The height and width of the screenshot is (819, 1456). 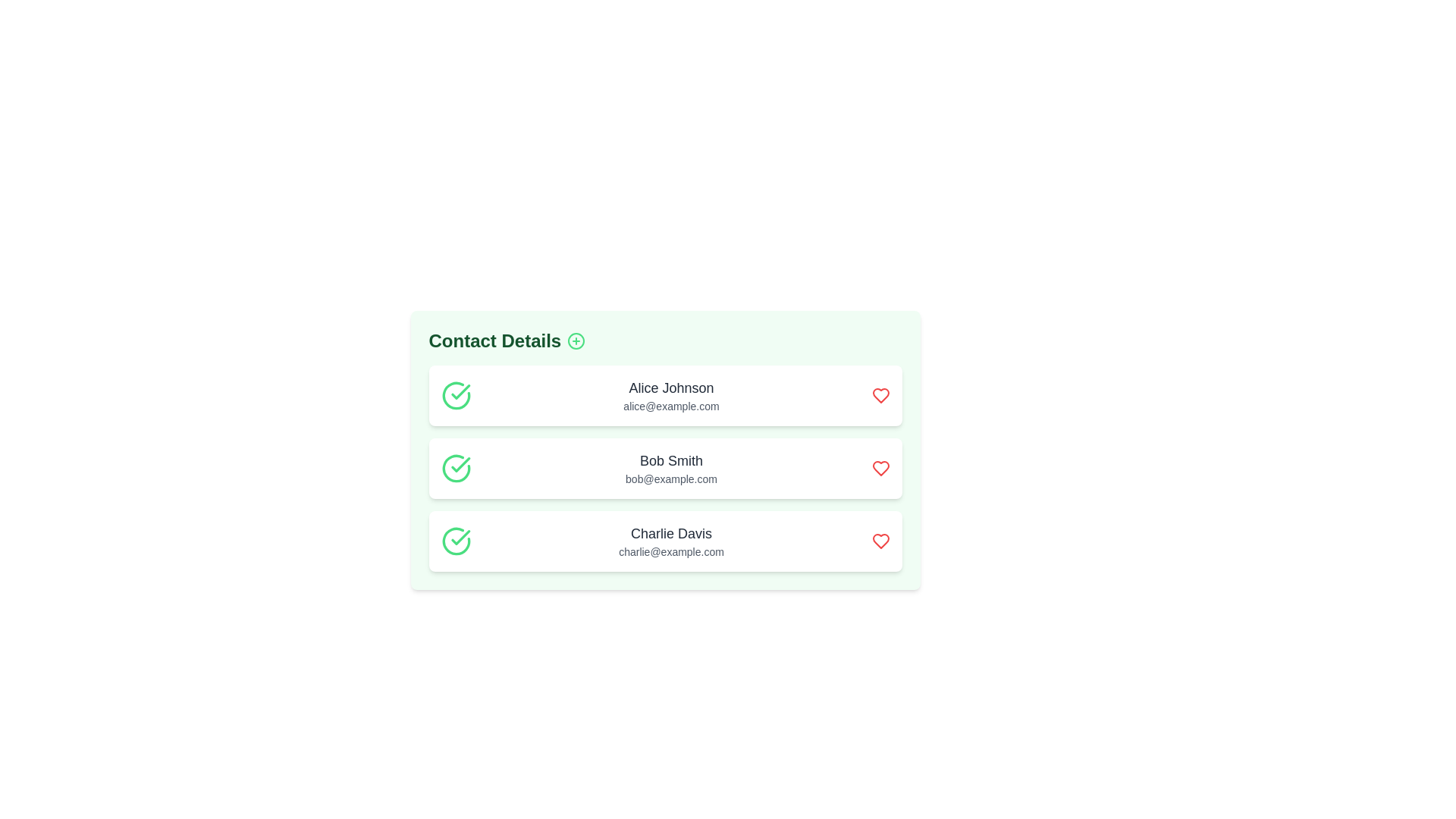 What do you see at coordinates (880, 394) in the screenshot?
I see `heart icon to favorite the contact Alice Johnson` at bounding box center [880, 394].